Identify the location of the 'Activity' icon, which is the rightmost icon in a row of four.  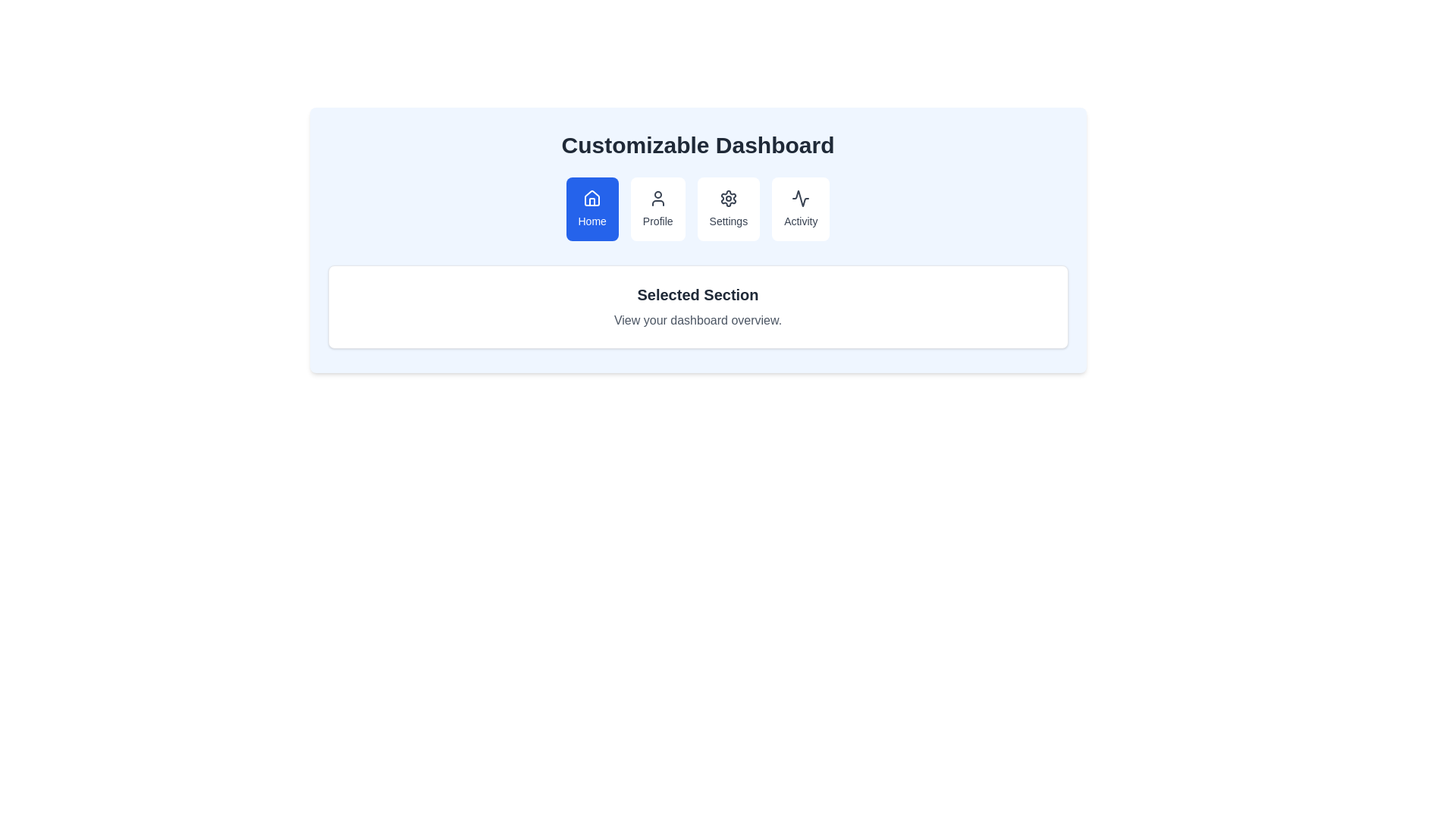
(800, 198).